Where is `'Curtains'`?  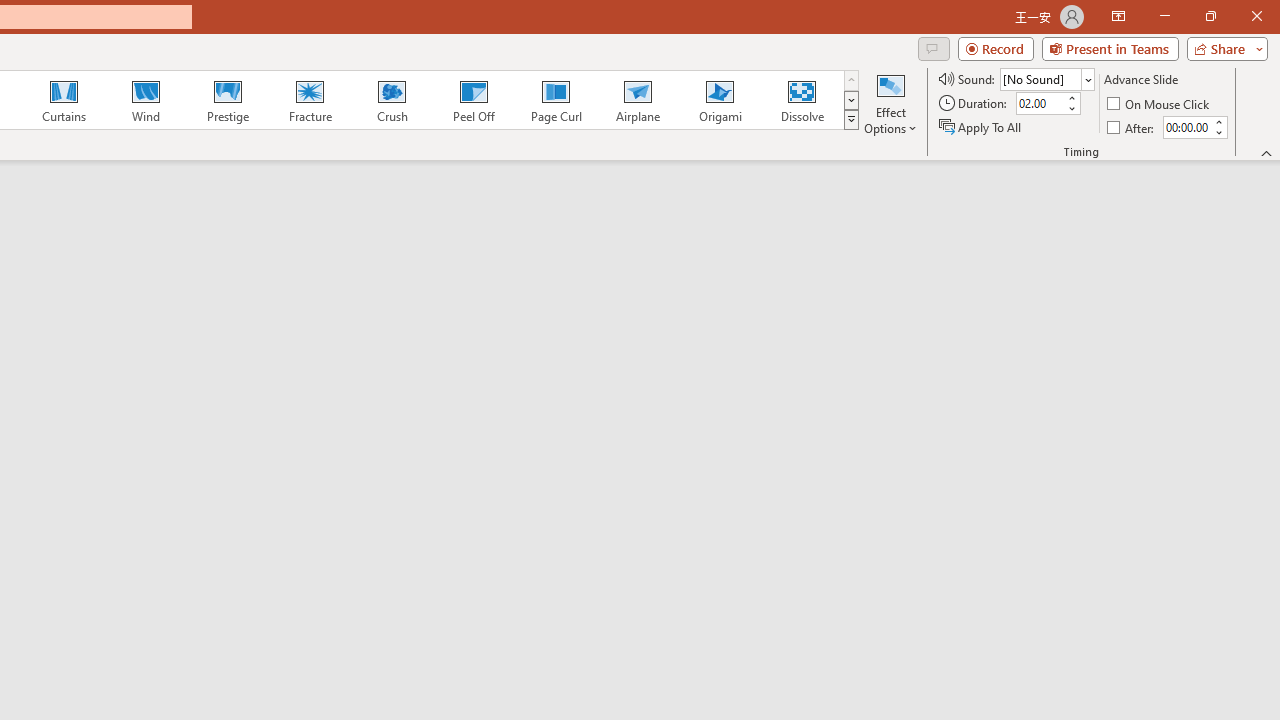 'Curtains' is located at coordinates (64, 100).